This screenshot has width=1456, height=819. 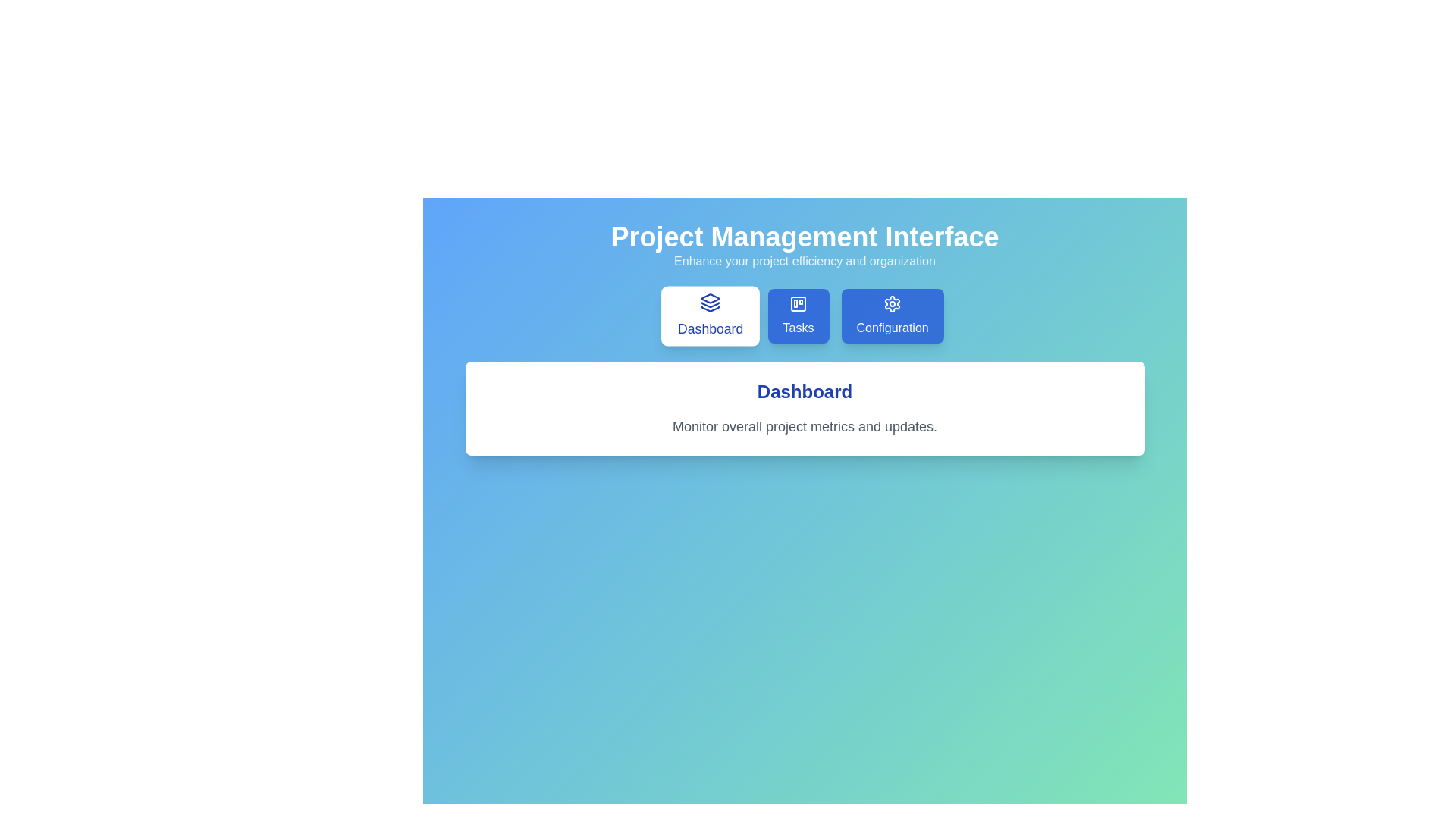 I want to click on the tab labeled Dashboard, so click(x=710, y=315).